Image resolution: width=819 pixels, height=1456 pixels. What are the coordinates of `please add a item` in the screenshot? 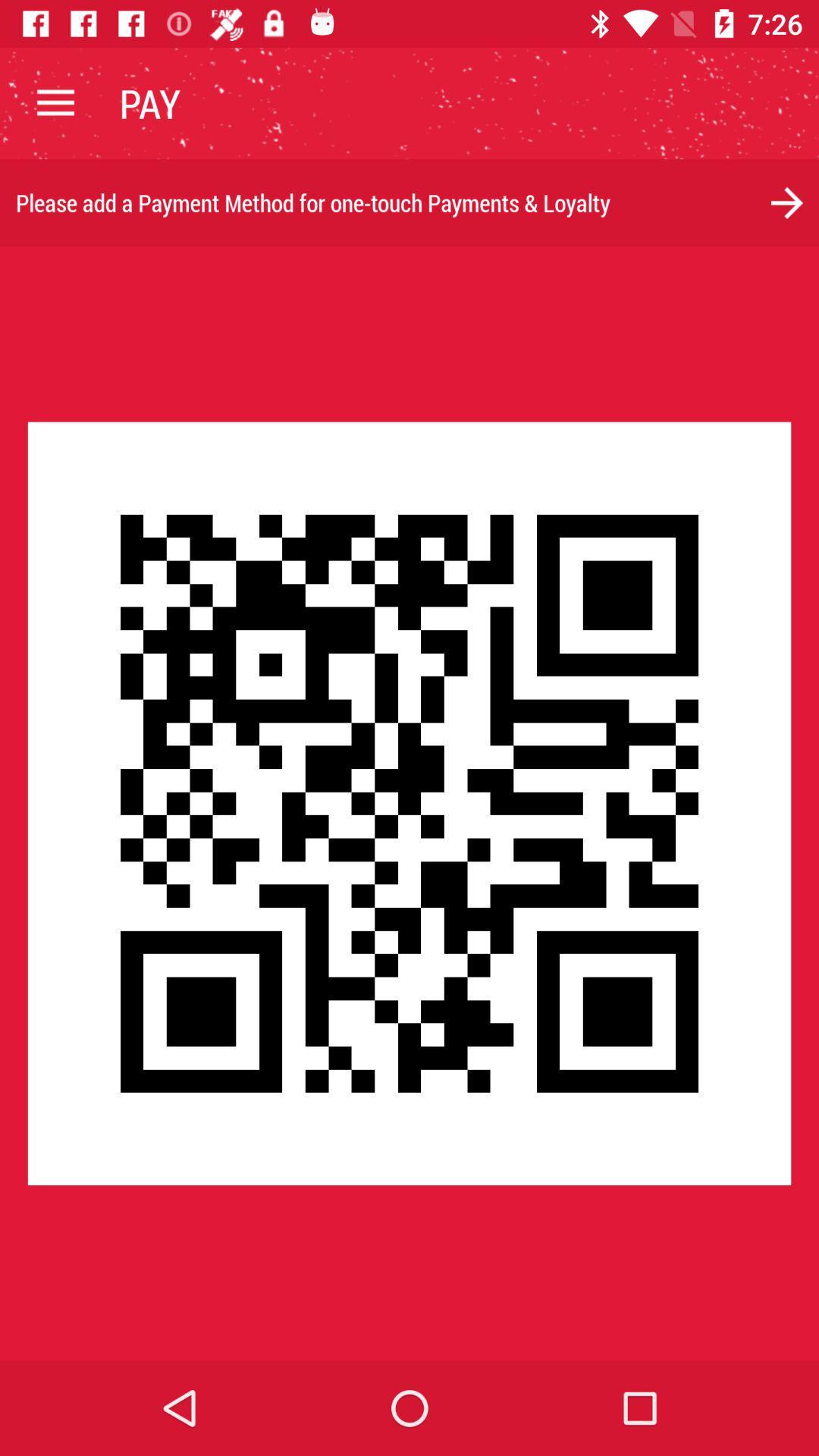 It's located at (409, 202).